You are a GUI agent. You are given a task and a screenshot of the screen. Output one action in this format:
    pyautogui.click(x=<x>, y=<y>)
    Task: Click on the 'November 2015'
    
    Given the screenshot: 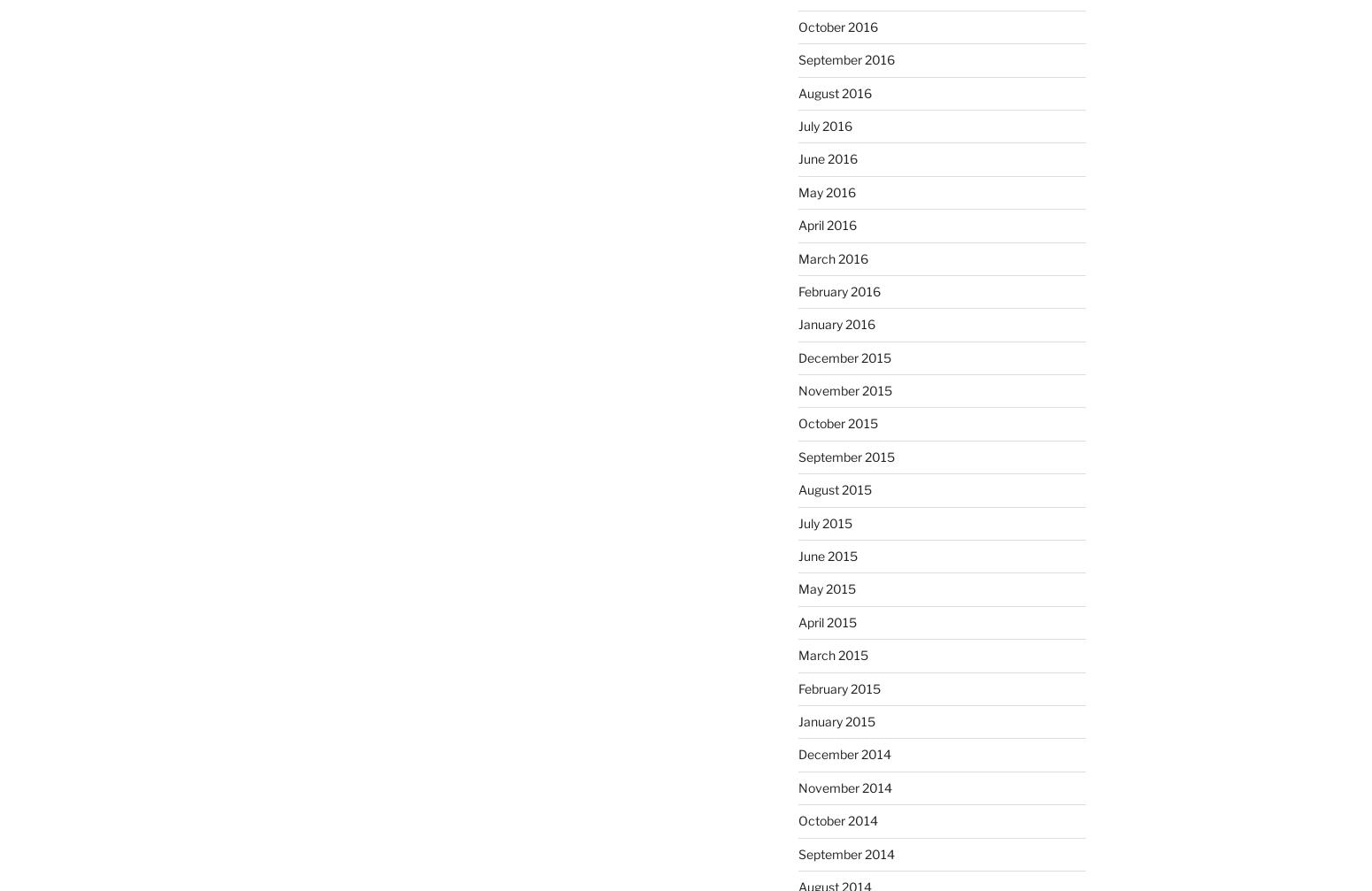 What is the action you would take?
    pyautogui.click(x=844, y=390)
    